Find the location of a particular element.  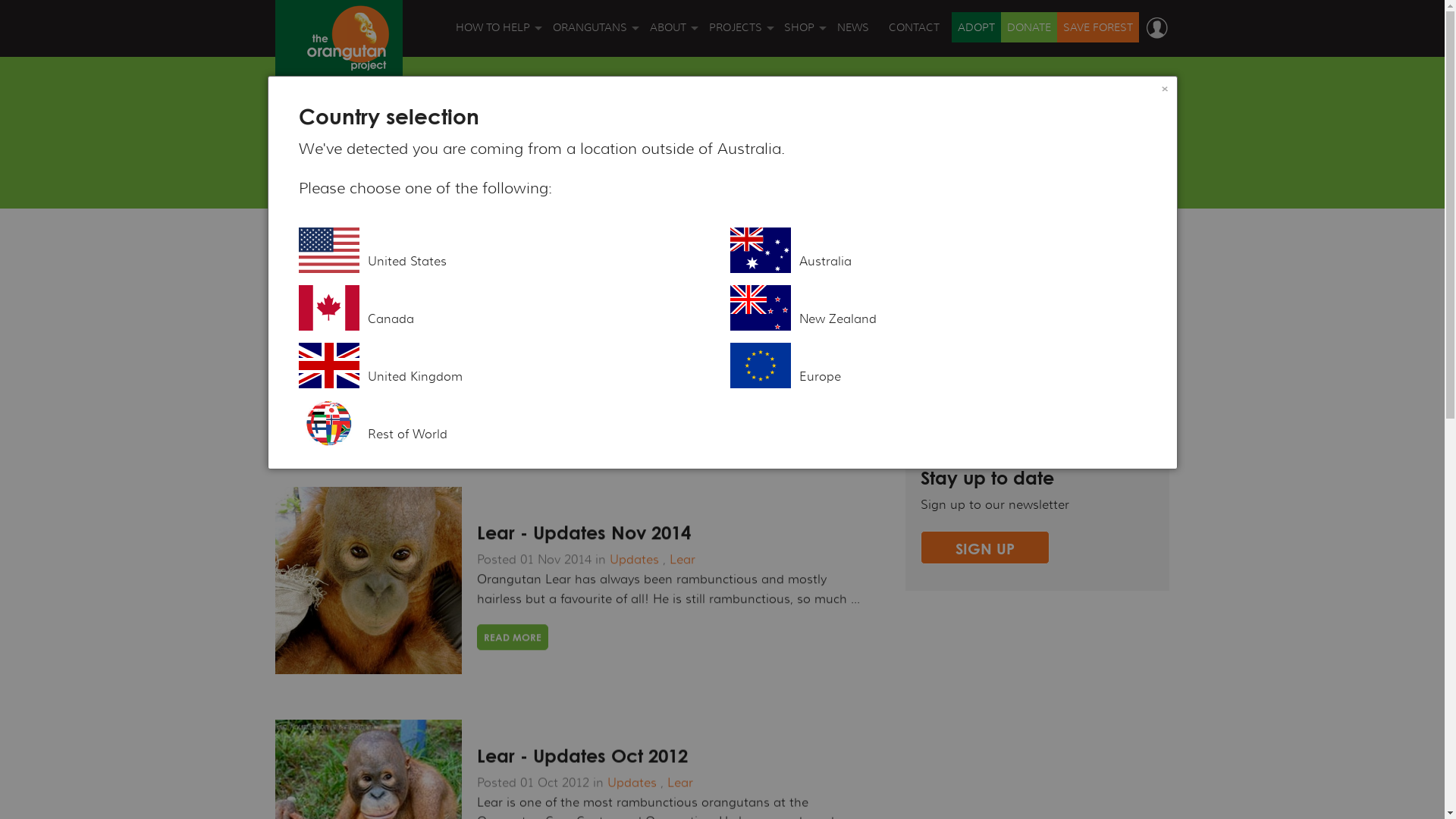

'ADOPT' is located at coordinates (976, 27).